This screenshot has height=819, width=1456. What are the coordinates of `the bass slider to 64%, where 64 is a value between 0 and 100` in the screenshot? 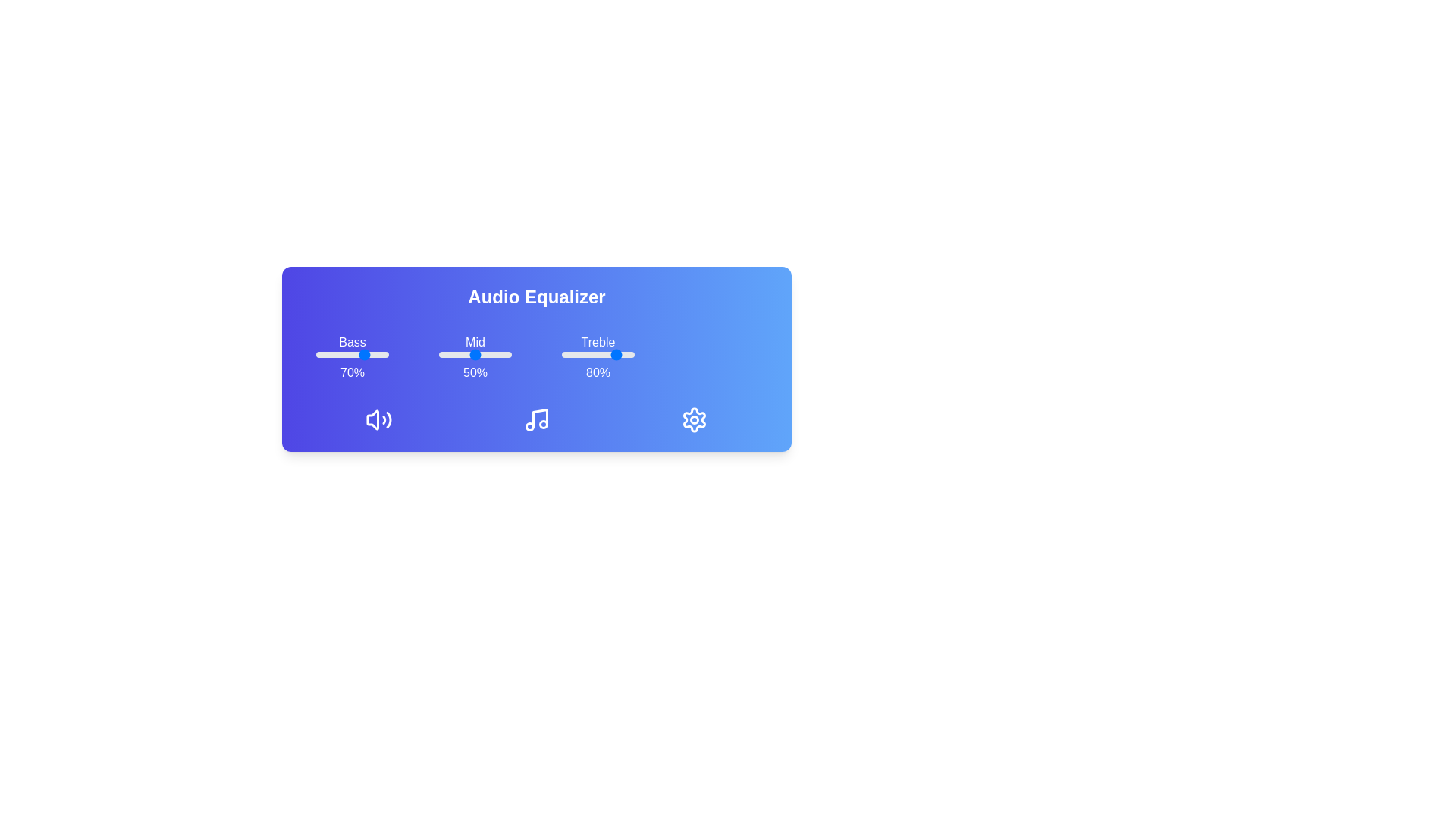 It's located at (362, 354).